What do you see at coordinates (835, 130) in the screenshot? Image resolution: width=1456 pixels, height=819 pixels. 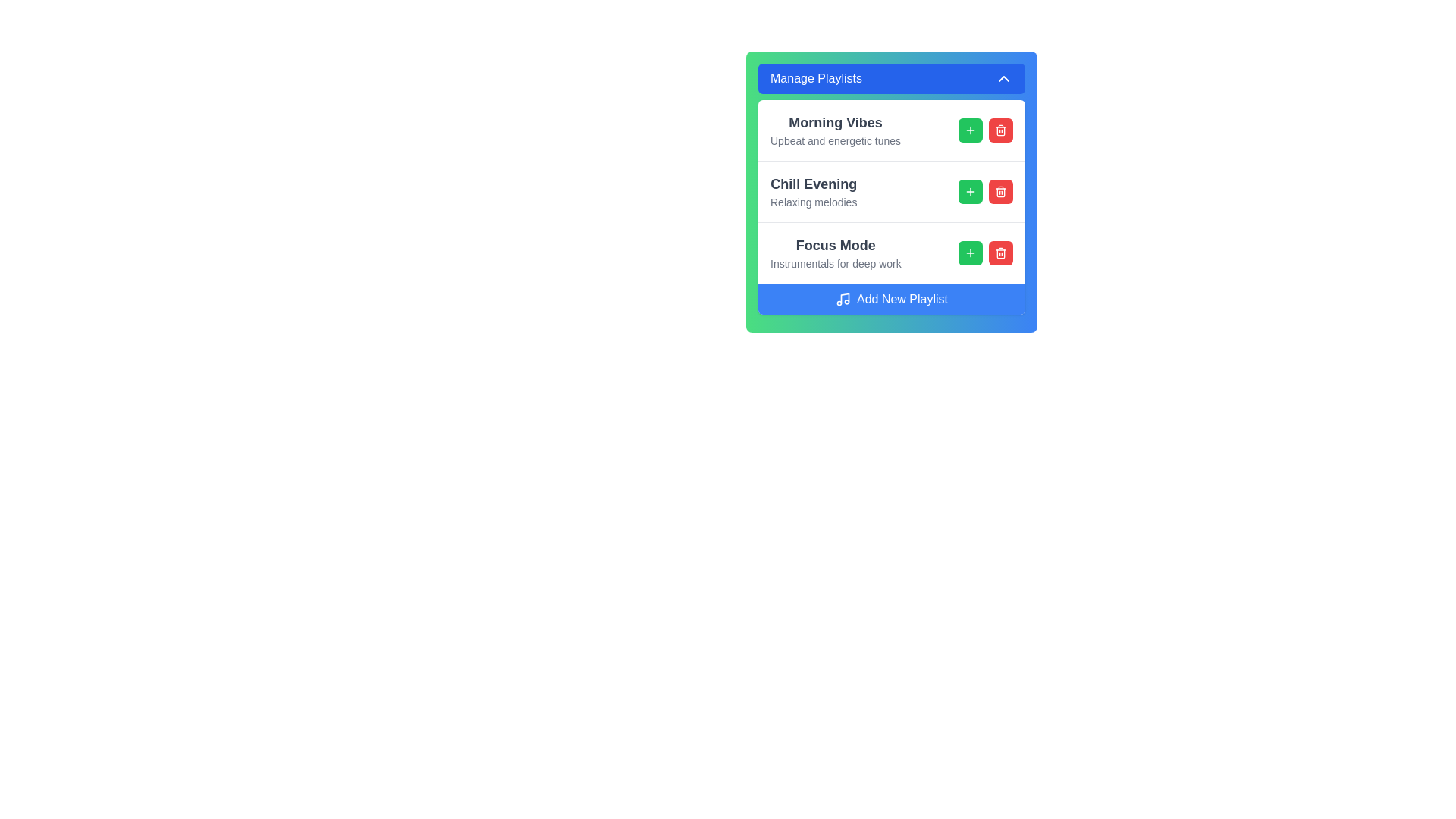 I see `the text label displaying 'Morning Vibes', which is styled with a large, bold, gray font and serves as a title for a playlist` at bounding box center [835, 130].